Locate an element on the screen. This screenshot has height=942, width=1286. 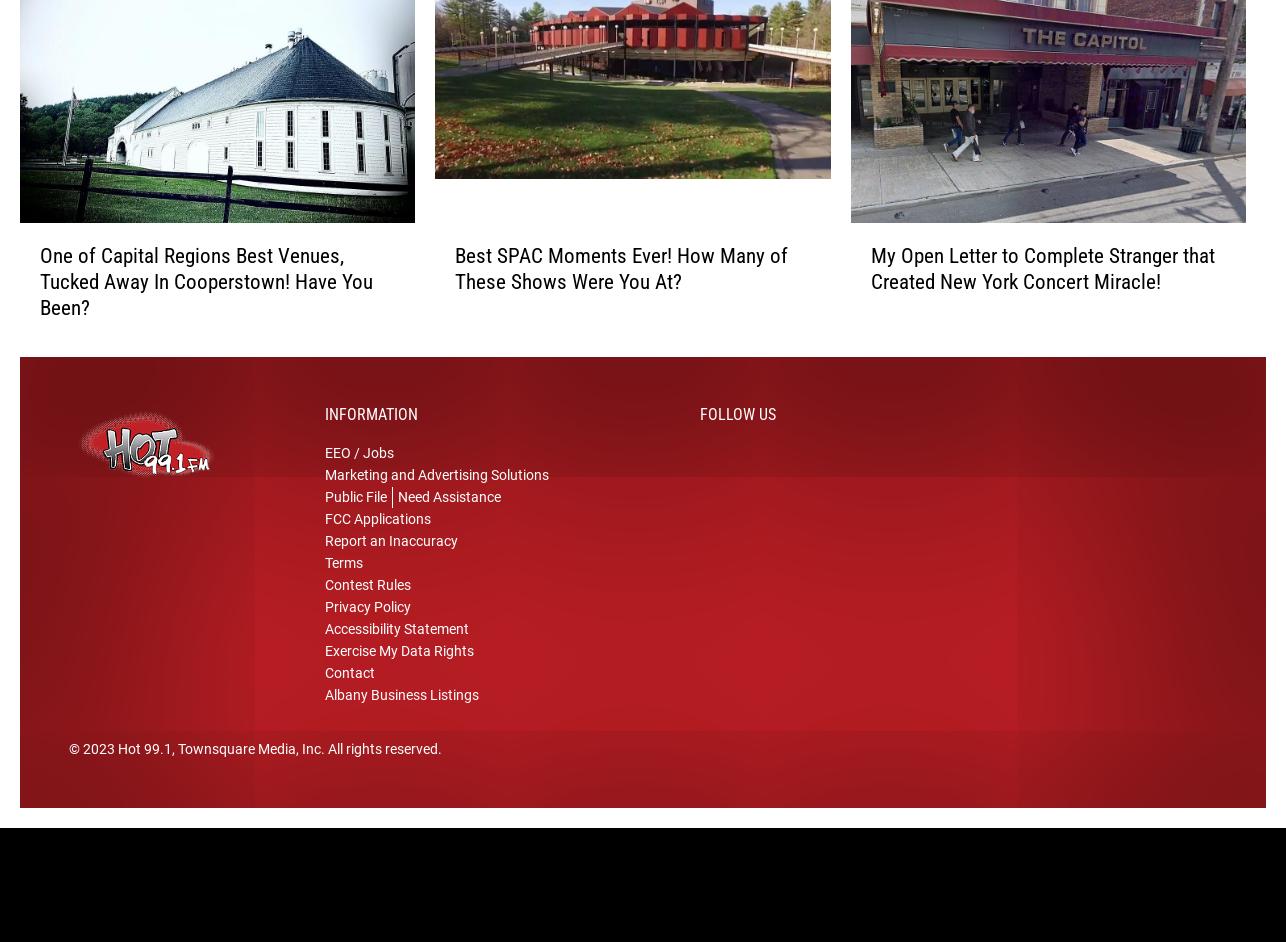
'Accessibility Statement' is located at coordinates (395, 653).